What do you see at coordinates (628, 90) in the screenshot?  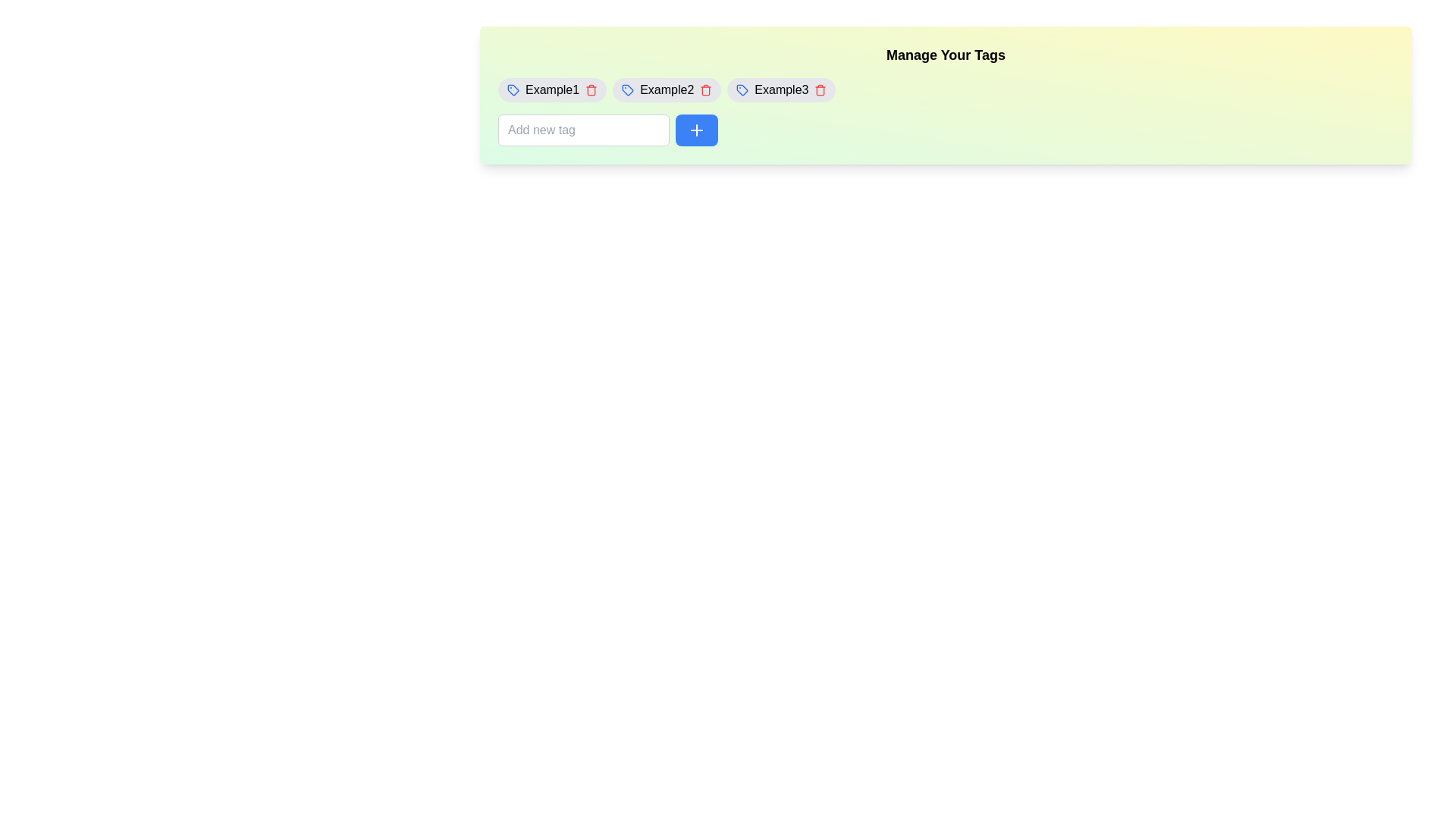 I see `the blue tag-shaped icon located adjacent to the text 'Example2' in the tag management section` at bounding box center [628, 90].